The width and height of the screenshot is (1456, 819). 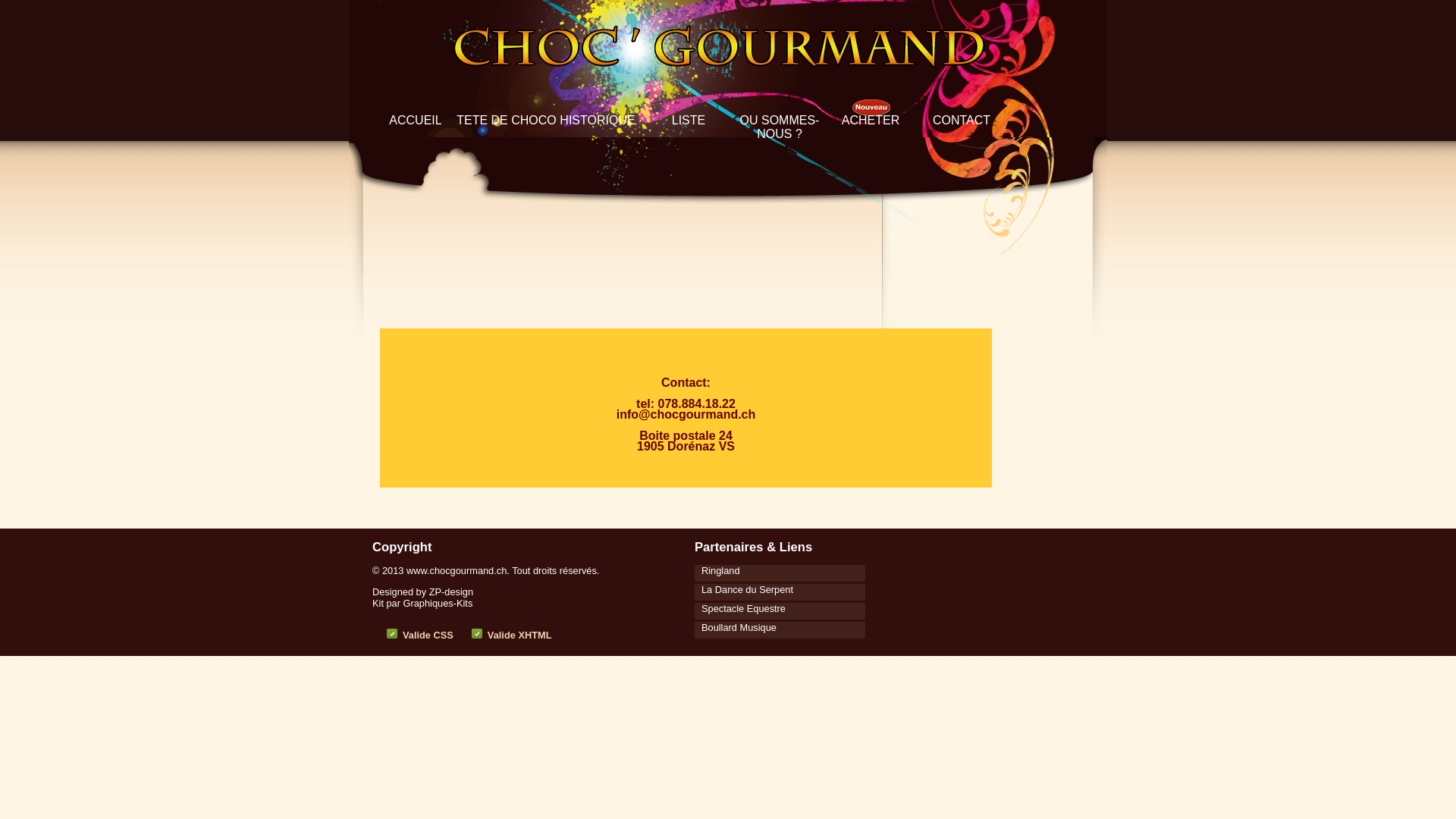 I want to click on 'CONTACT', so click(x=931, y=119).